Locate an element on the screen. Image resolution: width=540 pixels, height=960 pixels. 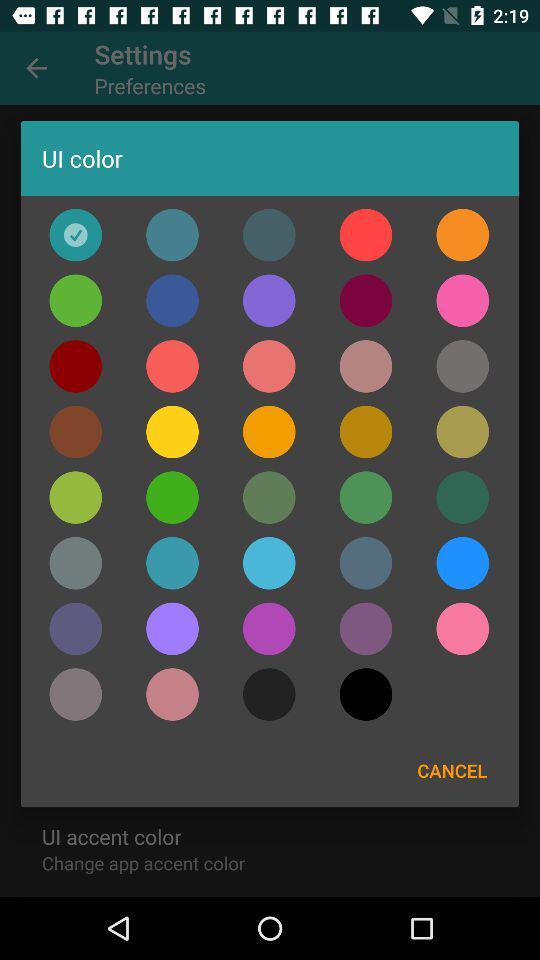
orange color selection is located at coordinates (462, 235).